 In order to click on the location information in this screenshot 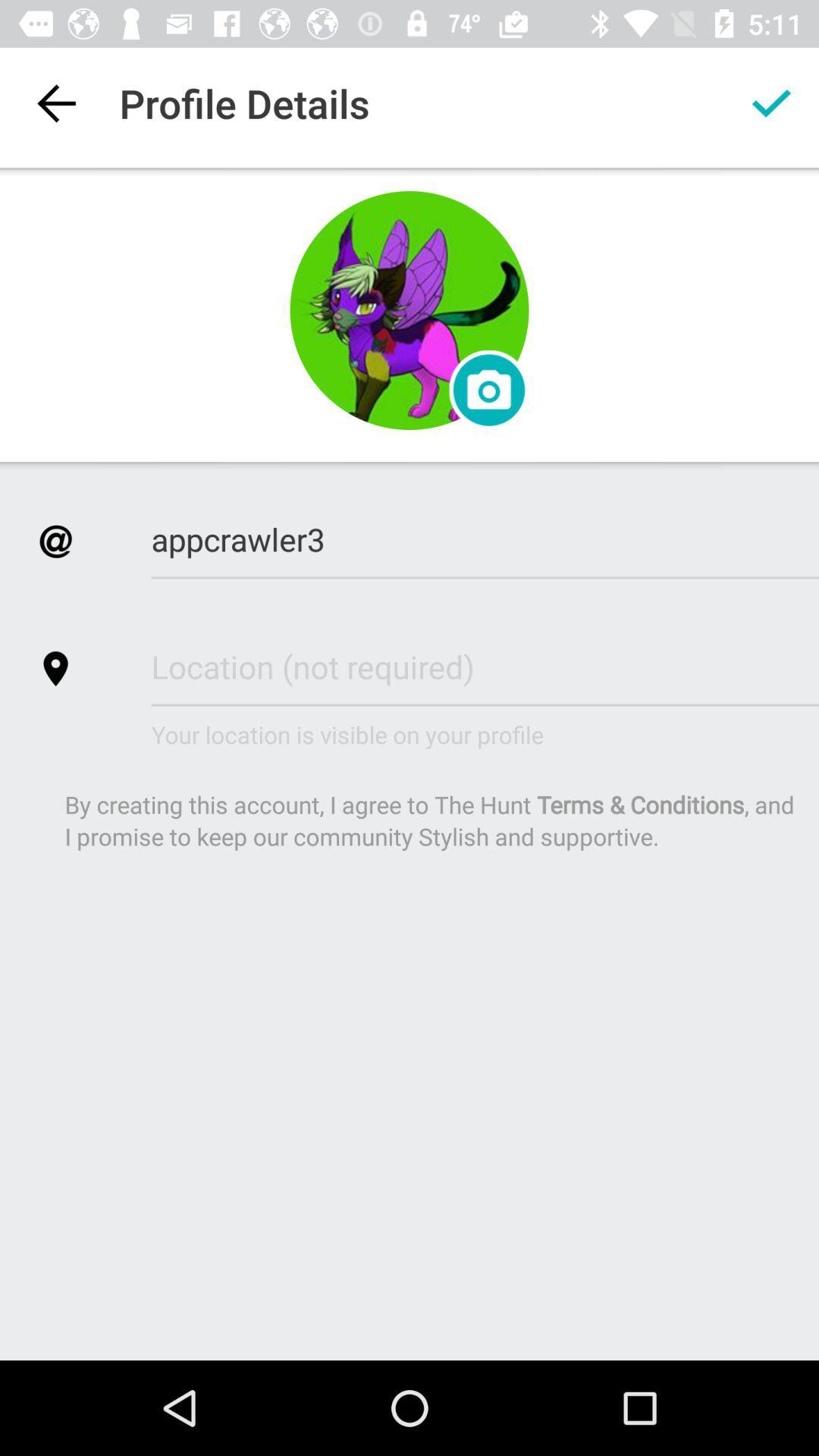, I will do `click(485, 666)`.